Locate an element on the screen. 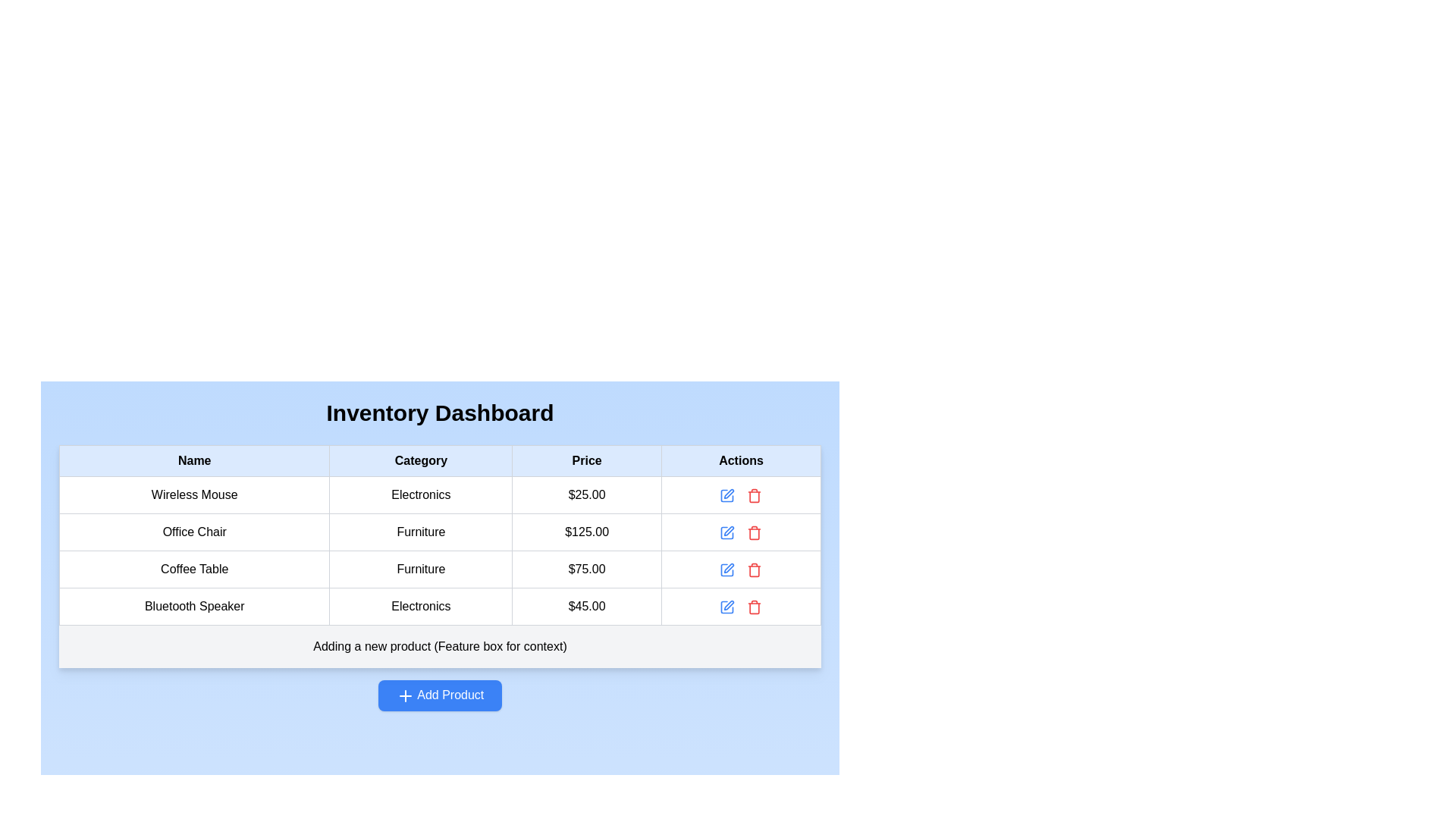 This screenshot has width=1456, height=819. the price text element displaying the 'Office Chair' price, located in the 'Price' column of the table as the third cell from the left is located at coordinates (586, 532).